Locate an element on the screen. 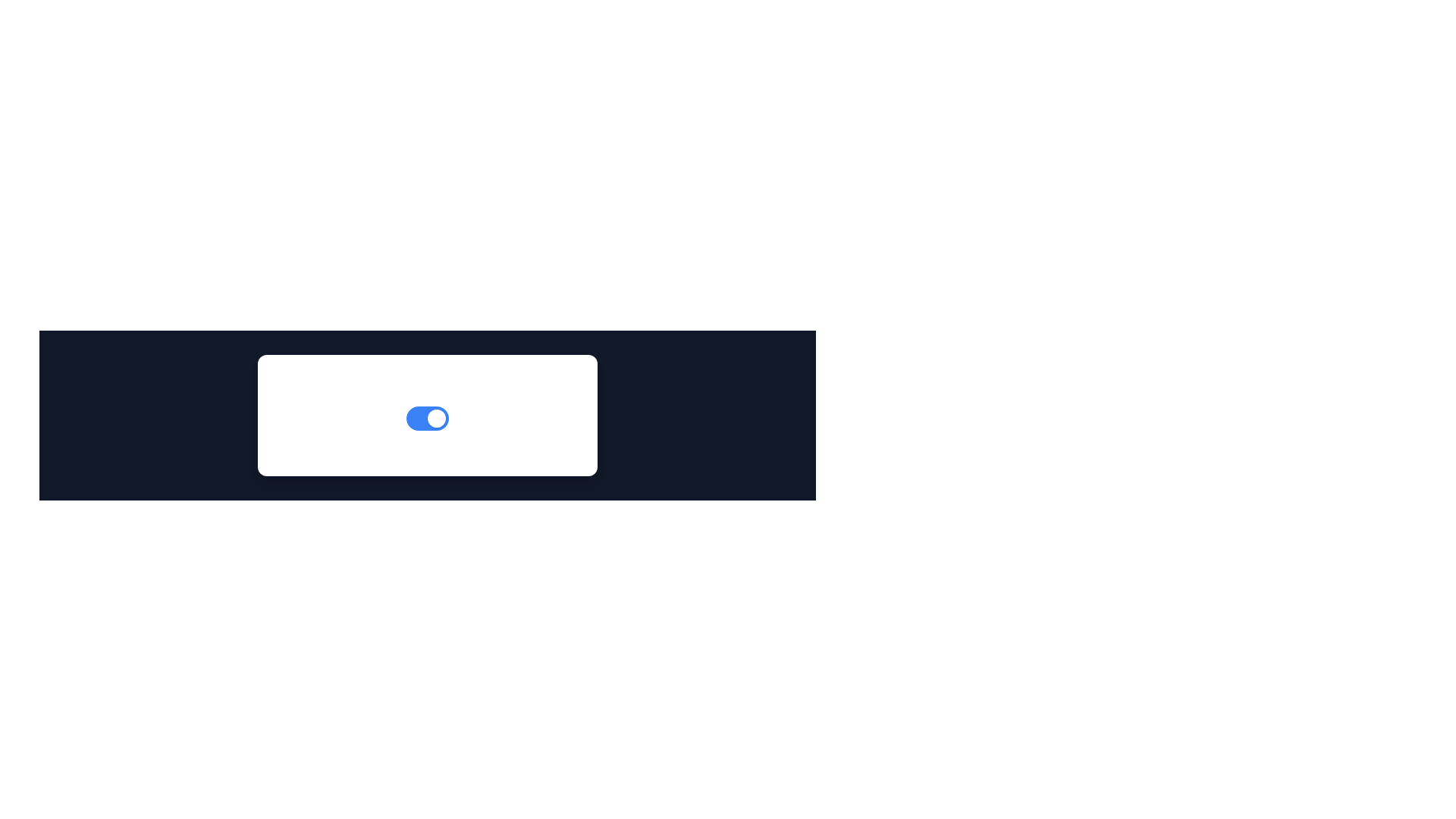 The height and width of the screenshot is (819, 1456). the toggle switch position is located at coordinates (418, 418).